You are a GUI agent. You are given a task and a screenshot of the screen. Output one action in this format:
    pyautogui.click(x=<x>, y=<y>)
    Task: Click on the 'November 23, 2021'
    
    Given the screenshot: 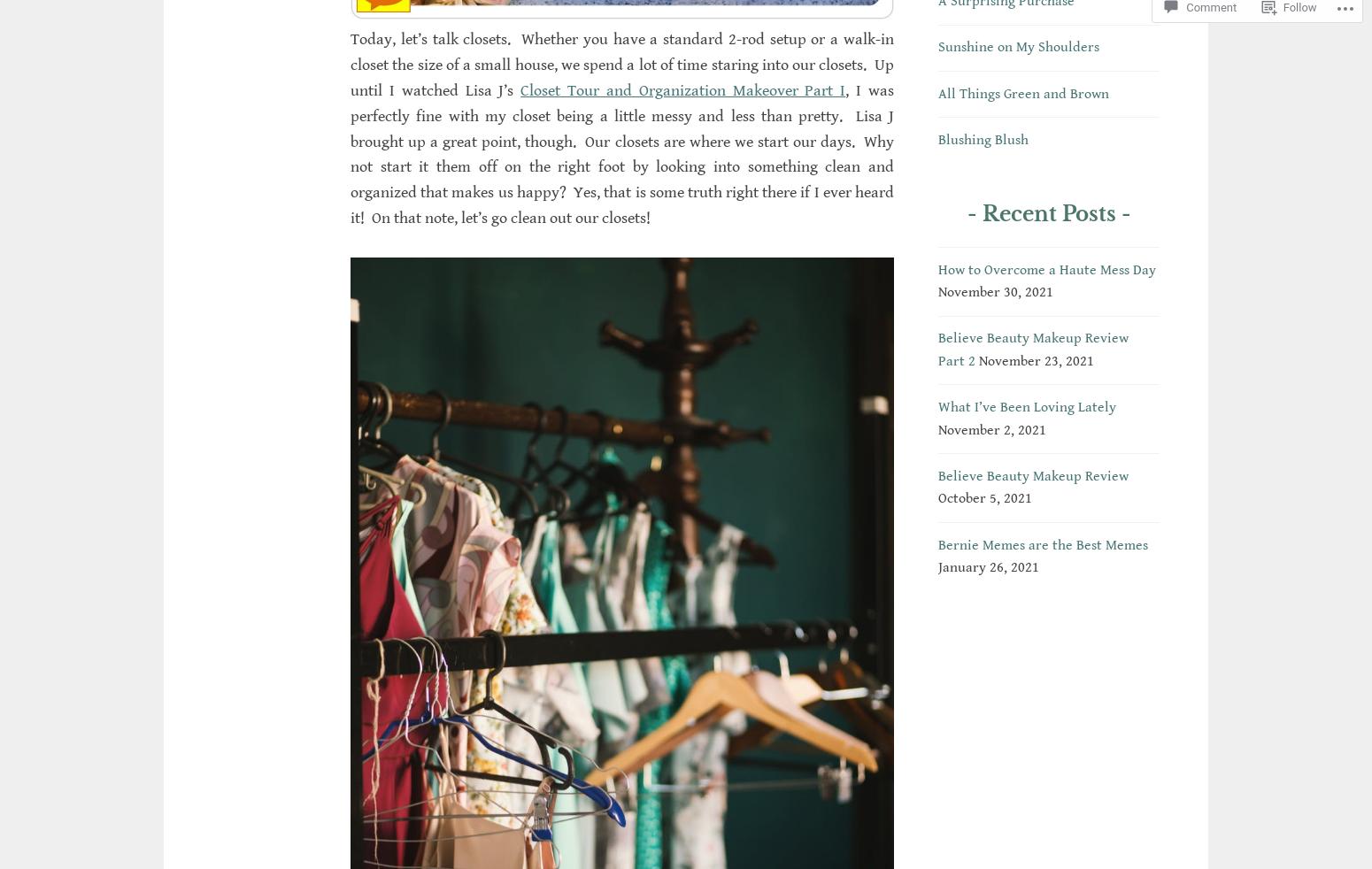 What is the action you would take?
    pyautogui.click(x=1037, y=360)
    